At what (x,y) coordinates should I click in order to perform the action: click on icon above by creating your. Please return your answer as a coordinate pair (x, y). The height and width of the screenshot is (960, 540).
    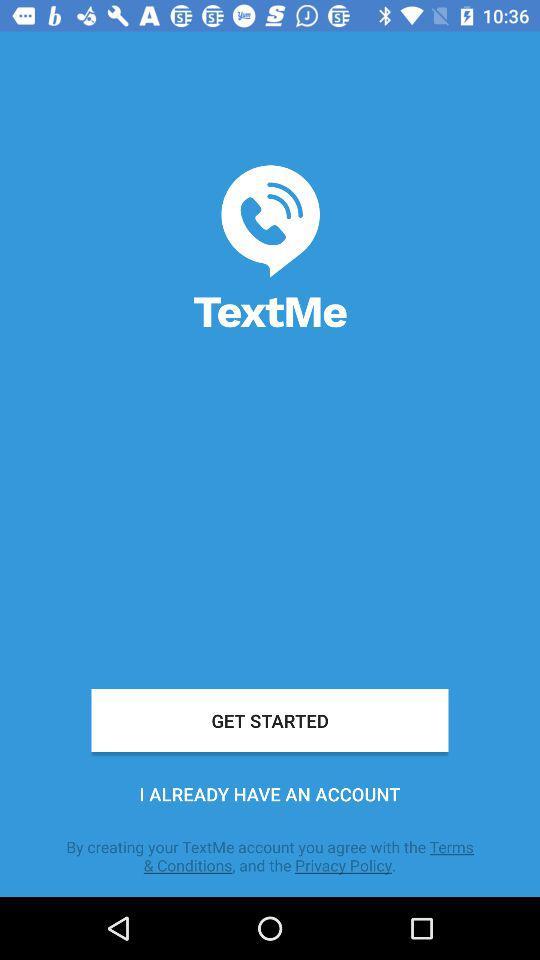
    Looking at the image, I should click on (270, 794).